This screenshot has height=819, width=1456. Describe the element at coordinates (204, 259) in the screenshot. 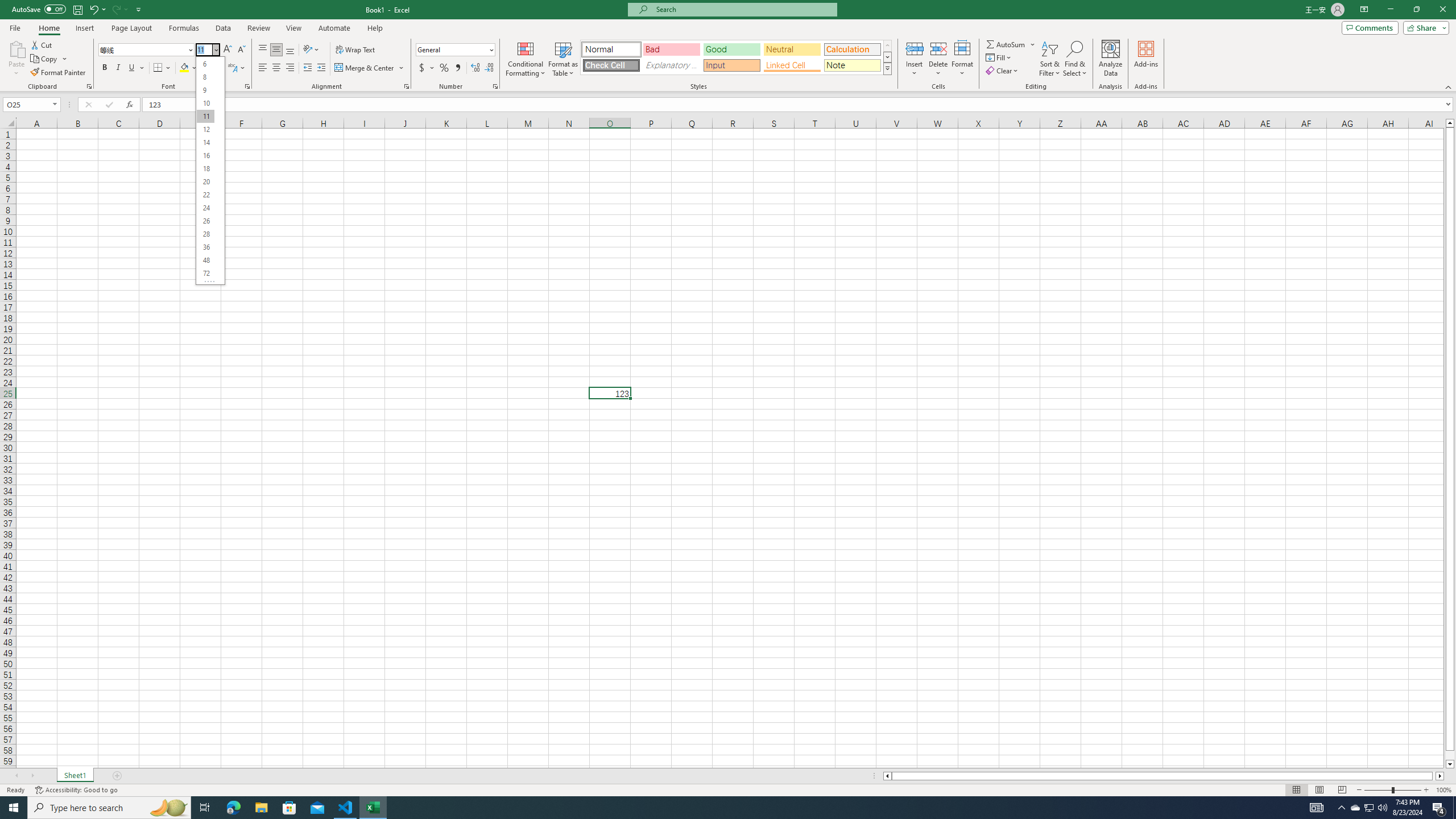

I see `'48'` at that location.